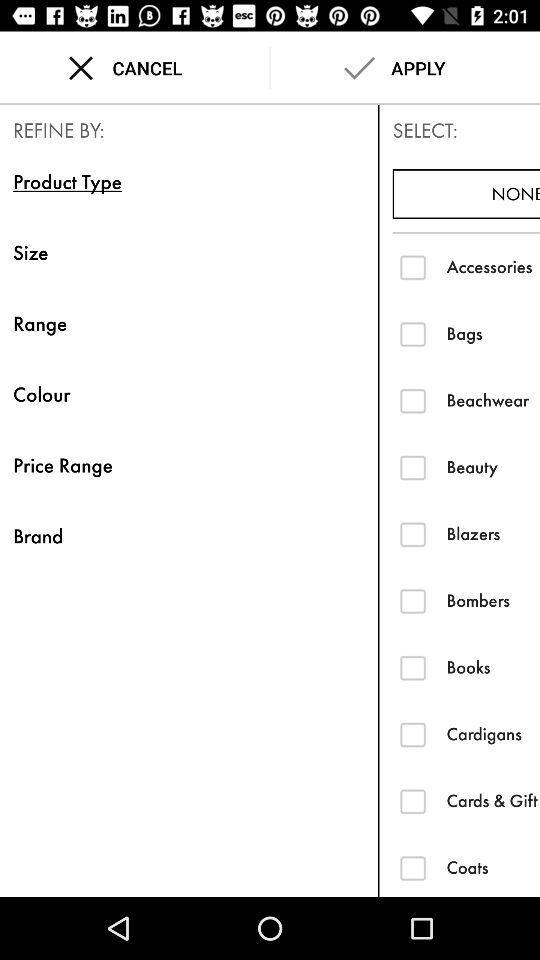 This screenshot has height=960, width=540. I want to click on the icon above blazers, so click(492, 467).